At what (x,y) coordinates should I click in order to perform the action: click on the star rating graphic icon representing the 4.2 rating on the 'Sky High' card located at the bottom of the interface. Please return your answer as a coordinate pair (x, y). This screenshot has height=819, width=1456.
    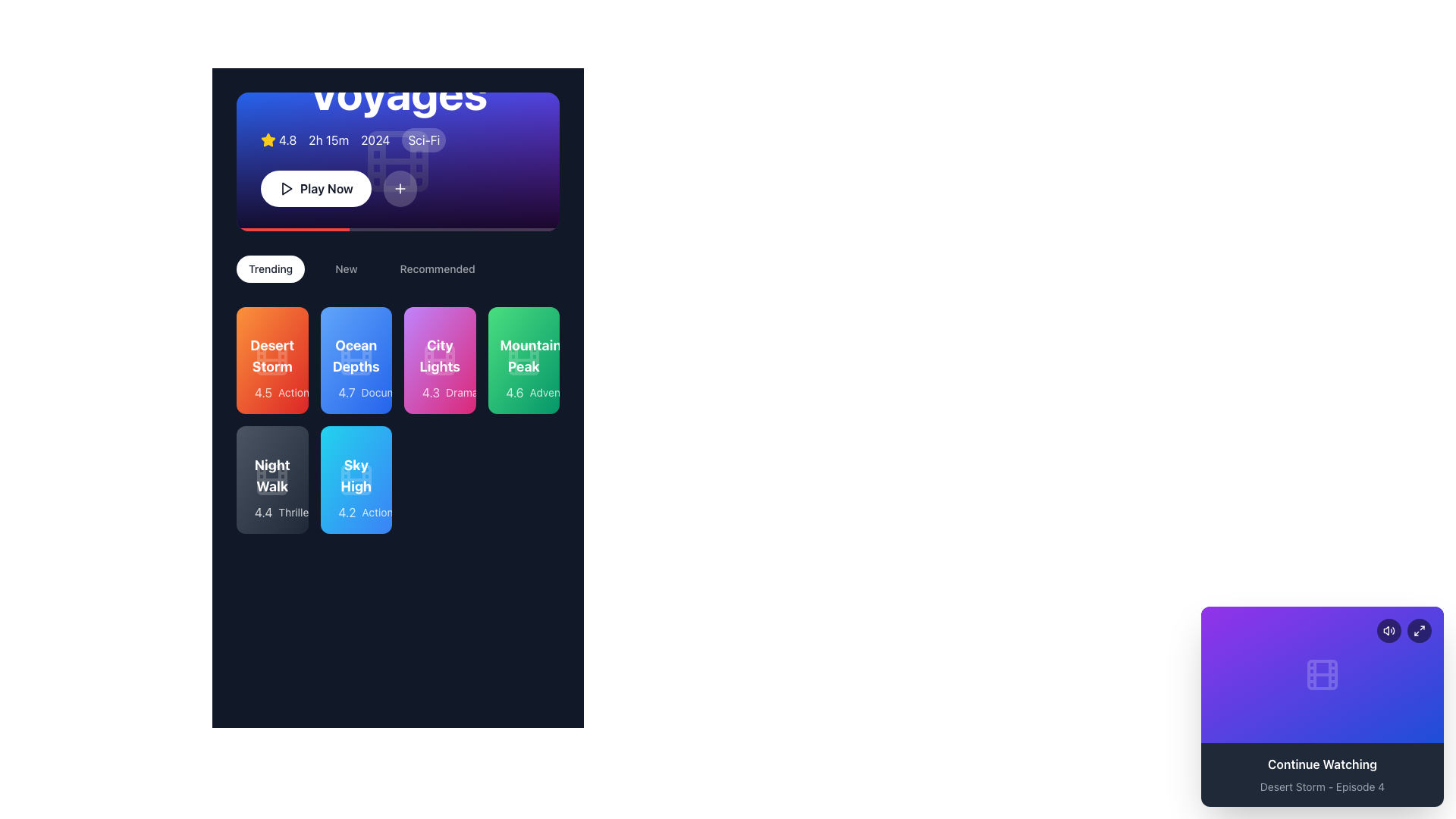
    Looking at the image, I should click on (340, 514).